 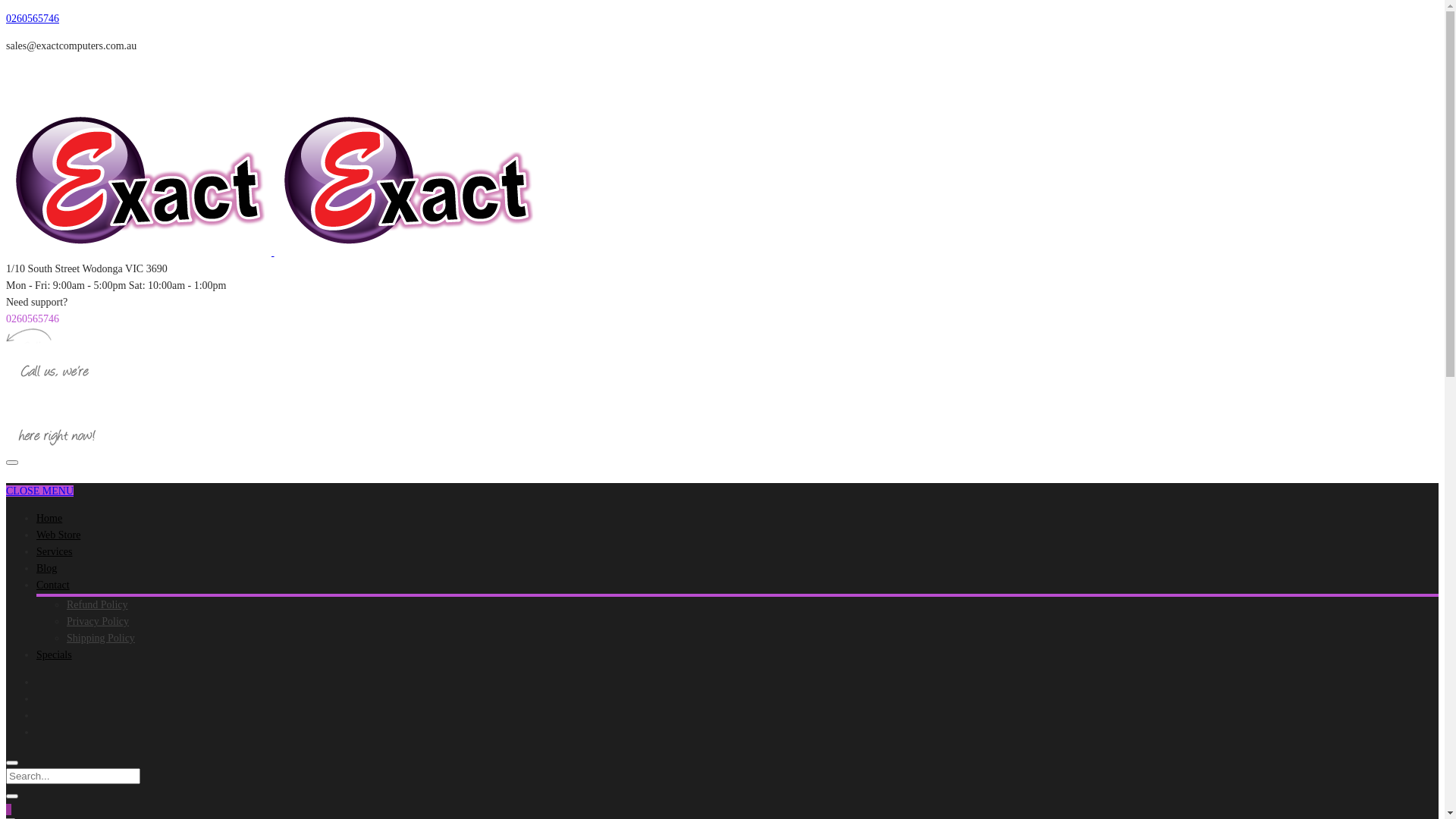 I want to click on '0260565746', so click(x=33, y=18).